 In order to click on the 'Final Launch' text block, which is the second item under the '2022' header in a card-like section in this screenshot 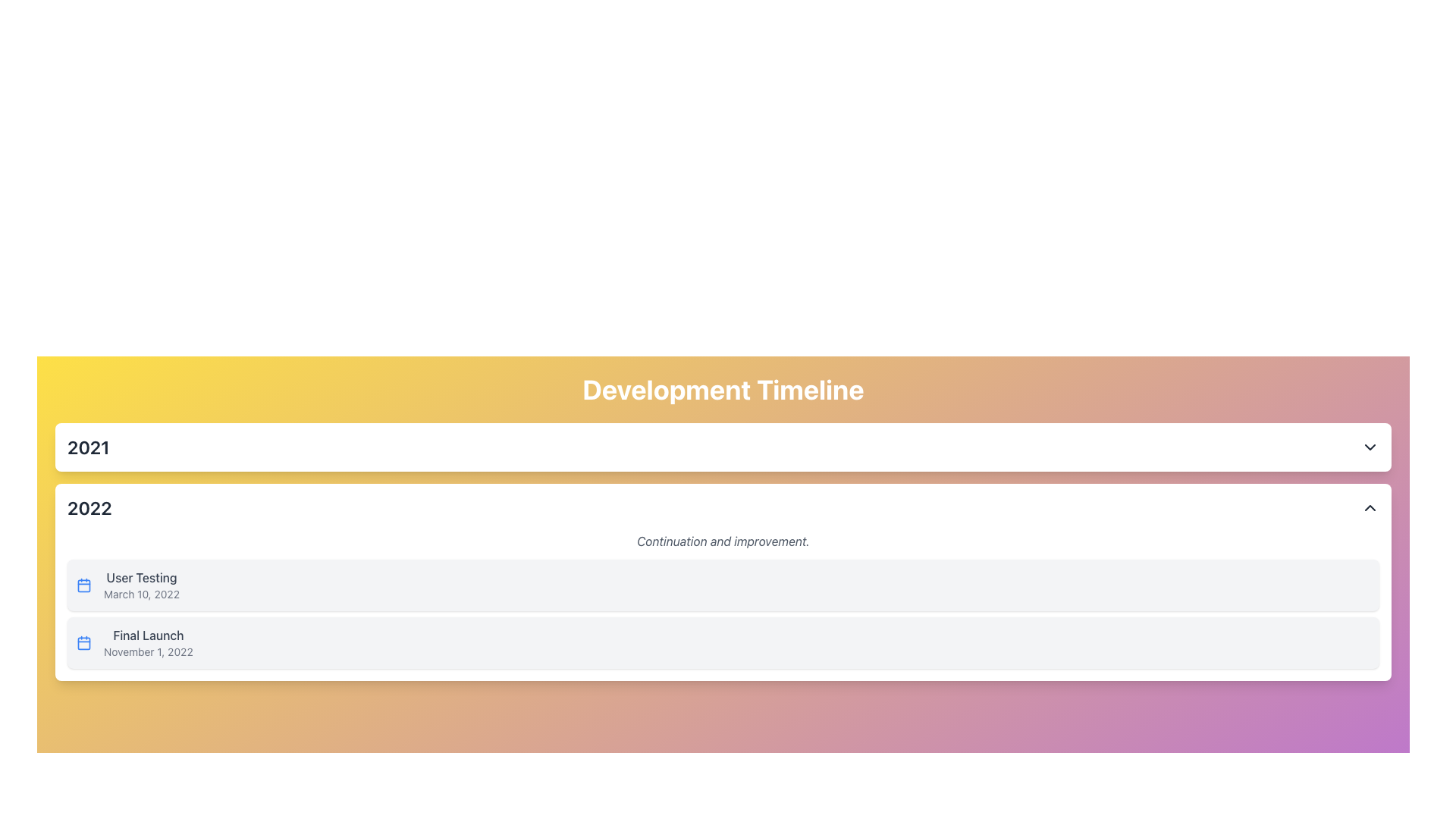, I will do `click(148, 643)`.